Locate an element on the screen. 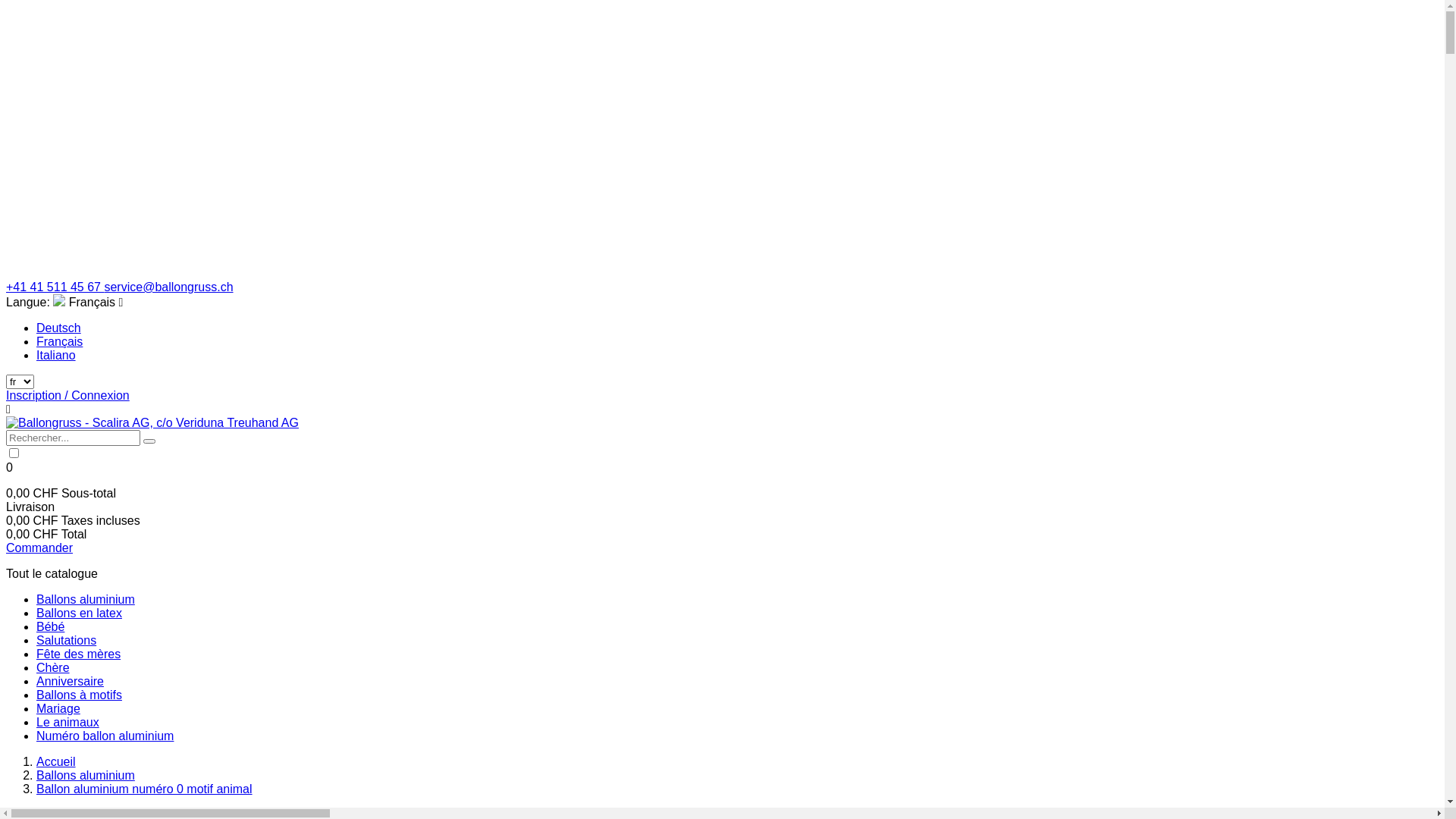 The width and height of the screenshot is (1456, 819). 'Inscription / Connexion' is located at coordinates (67, 394).